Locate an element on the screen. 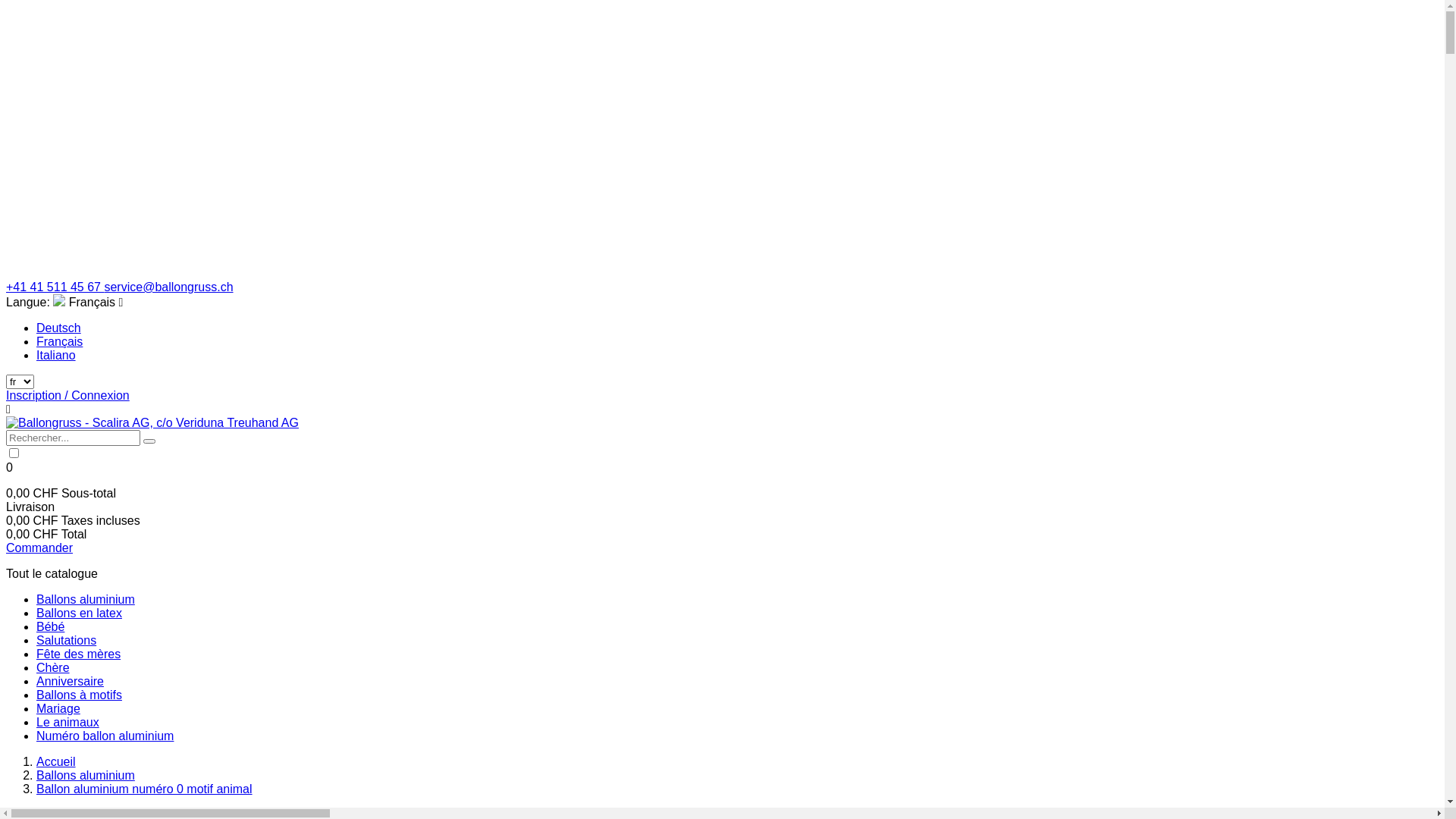 The width and height of the screenshot is (1456, 819). 'Inscription / Connexion' is located at coordinates (67, 394).